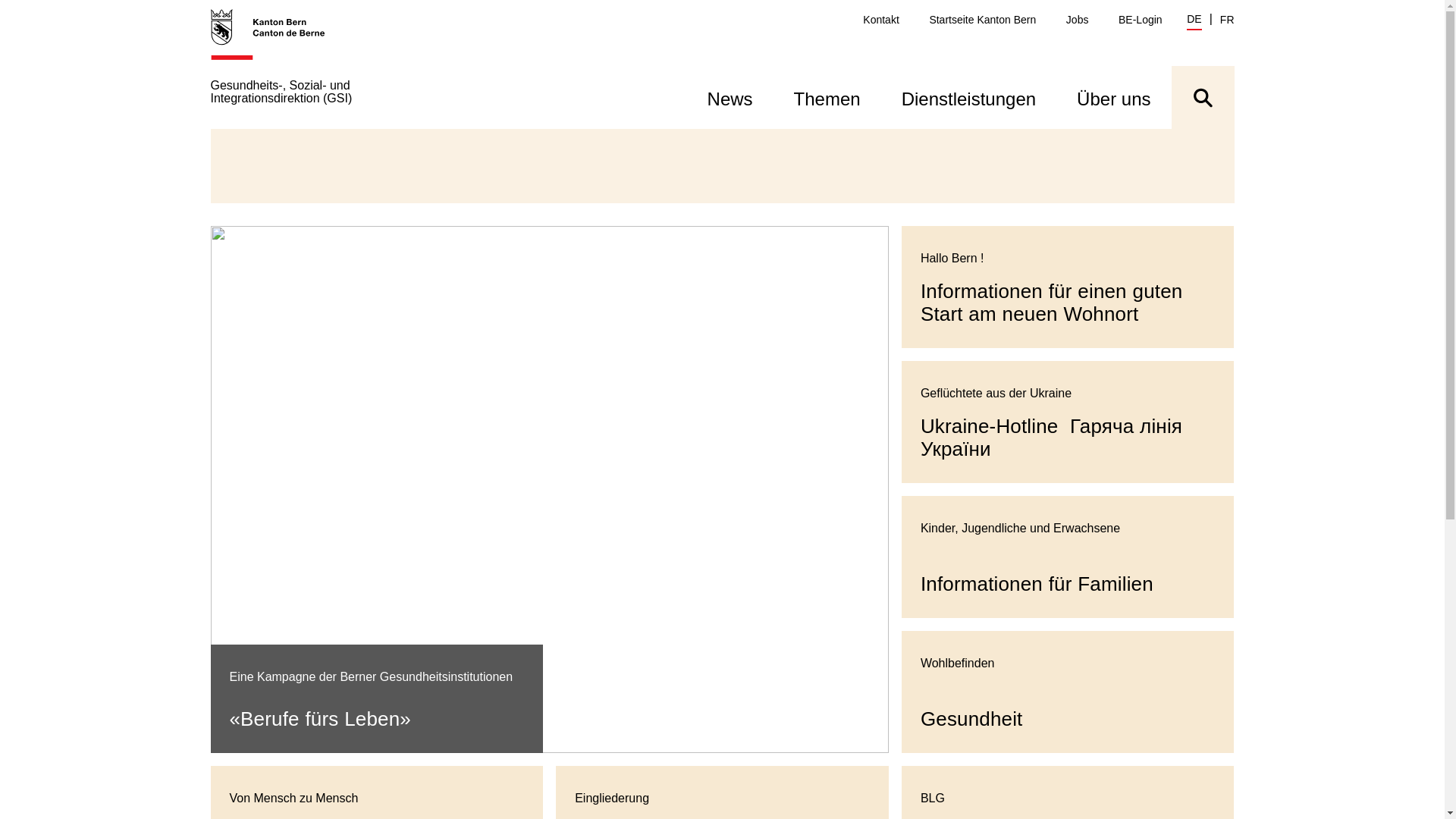  Describe the element at coordinates (826, 97) in the screenshot. I see `'Themen'` at that location.